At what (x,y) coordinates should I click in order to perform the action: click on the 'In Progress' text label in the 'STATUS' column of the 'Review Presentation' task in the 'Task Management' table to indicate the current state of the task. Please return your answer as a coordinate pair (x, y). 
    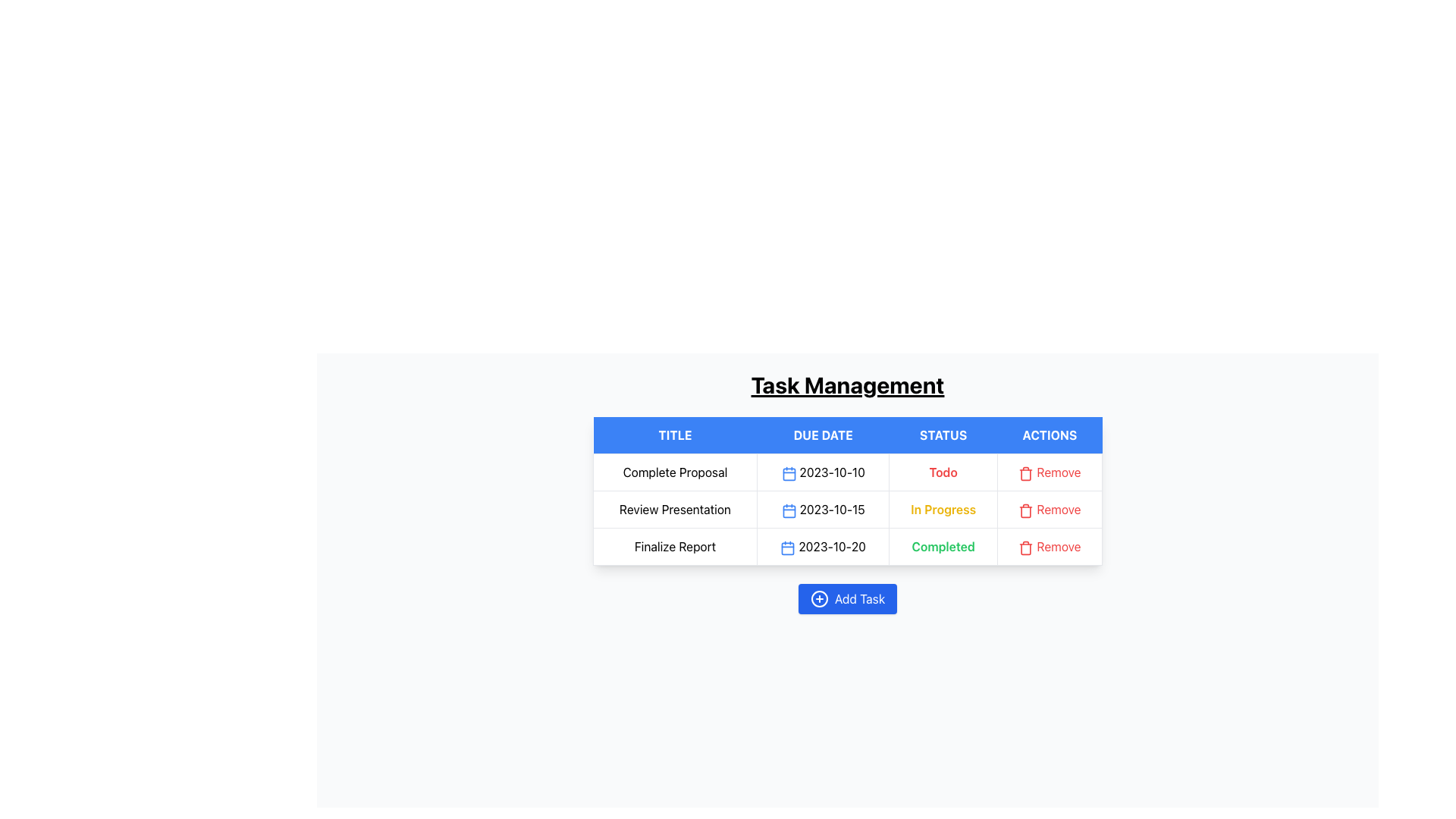
    Looking at the image, I should click on (943, 509).